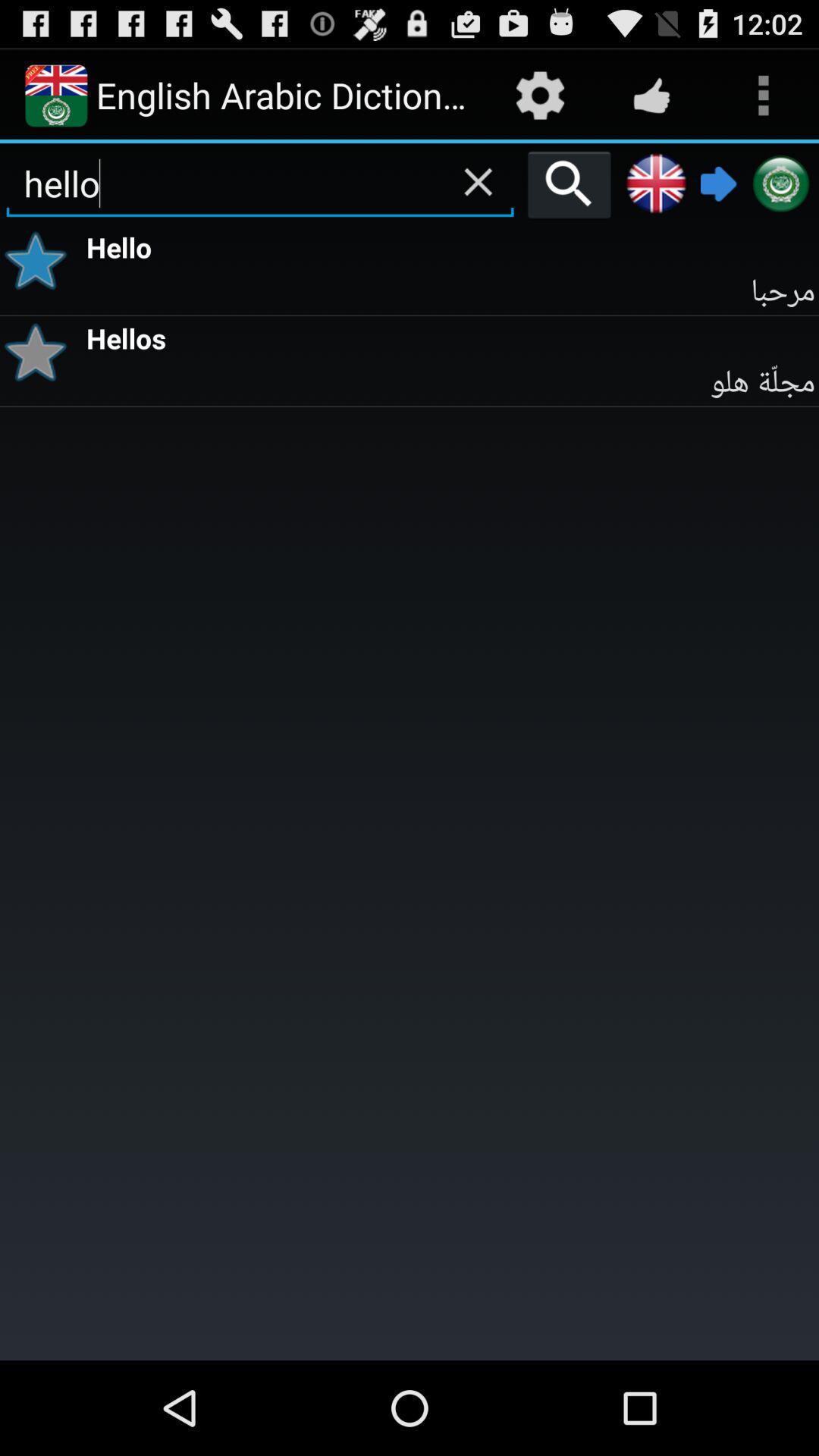 The width and height of the screenshot is (819, 1456). Describe the element at coordinates (569, 196) in the screenshot. I see `the search icon` at that location.